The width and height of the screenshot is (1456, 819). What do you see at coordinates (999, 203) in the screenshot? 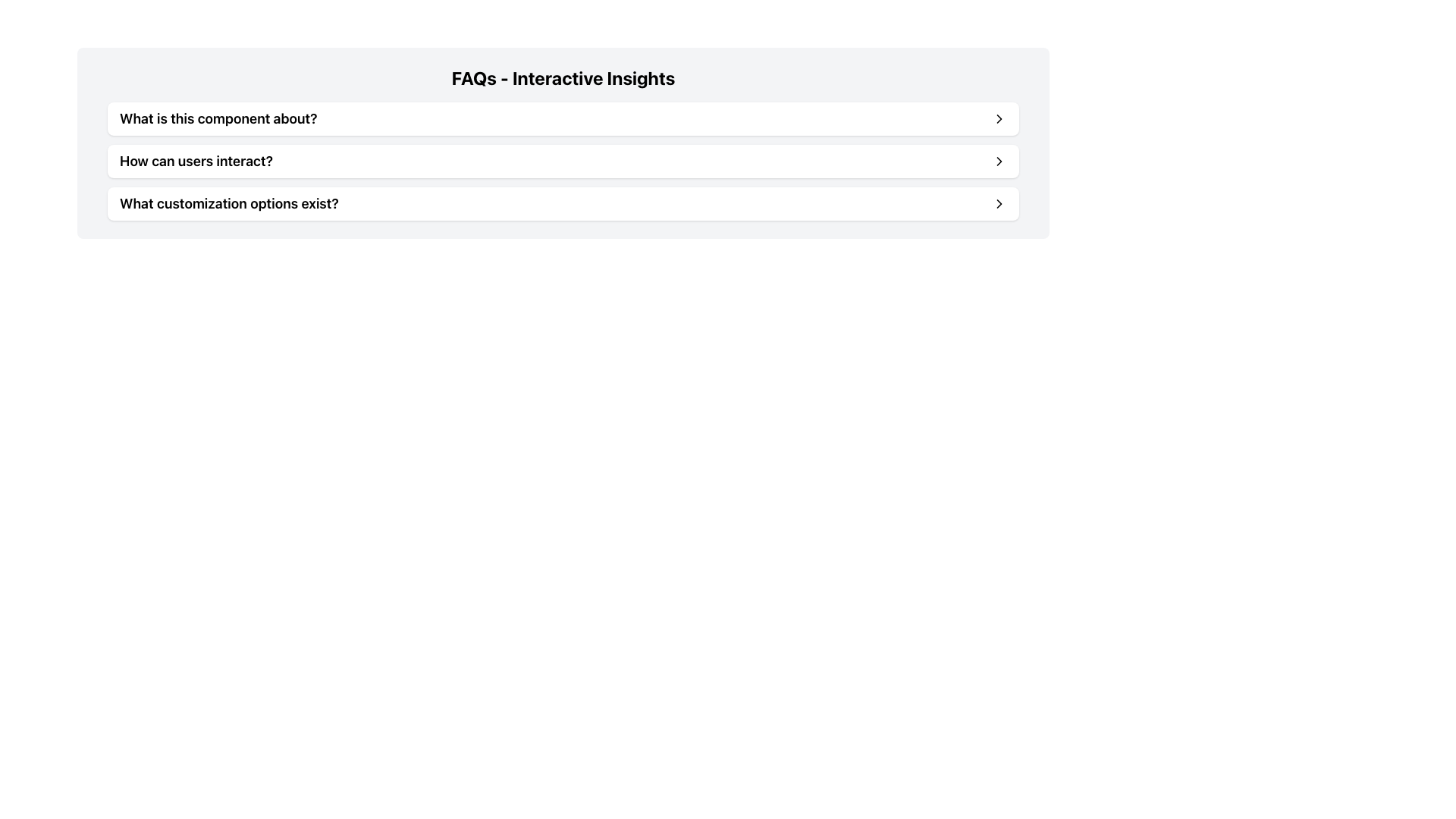
I see `the chevron icon located to the far right of the third FAQ entry, adjacent to the text 'What customization options exist?'` at bounding box center [999, 203].